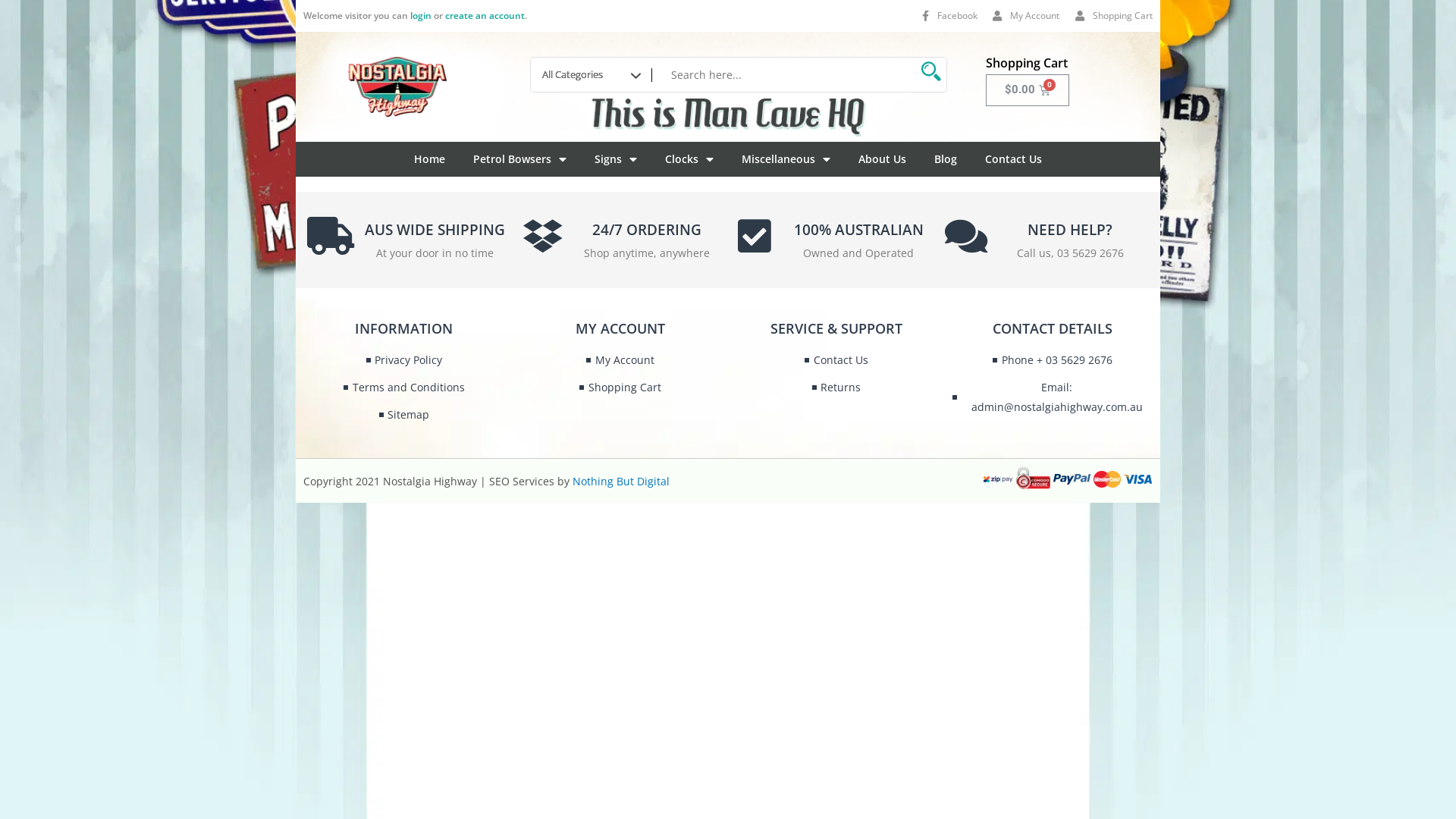 The height and width of the screenshot is (819, 1456). I want to click on 'Home', so click(428, 158).